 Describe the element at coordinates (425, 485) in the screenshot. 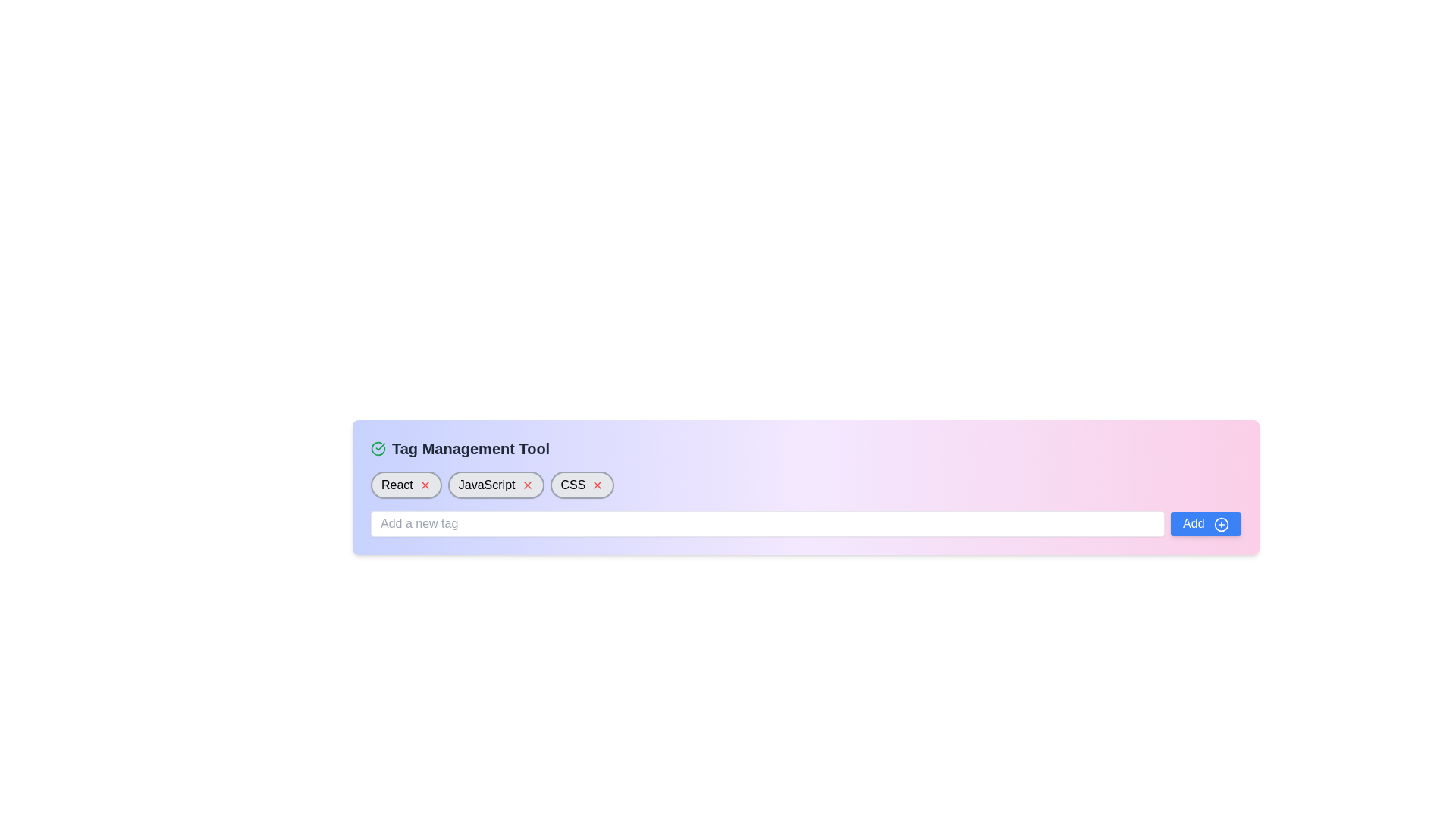

I see `the interactive red 'X' icon button associated with the 'React' tag` at that location.